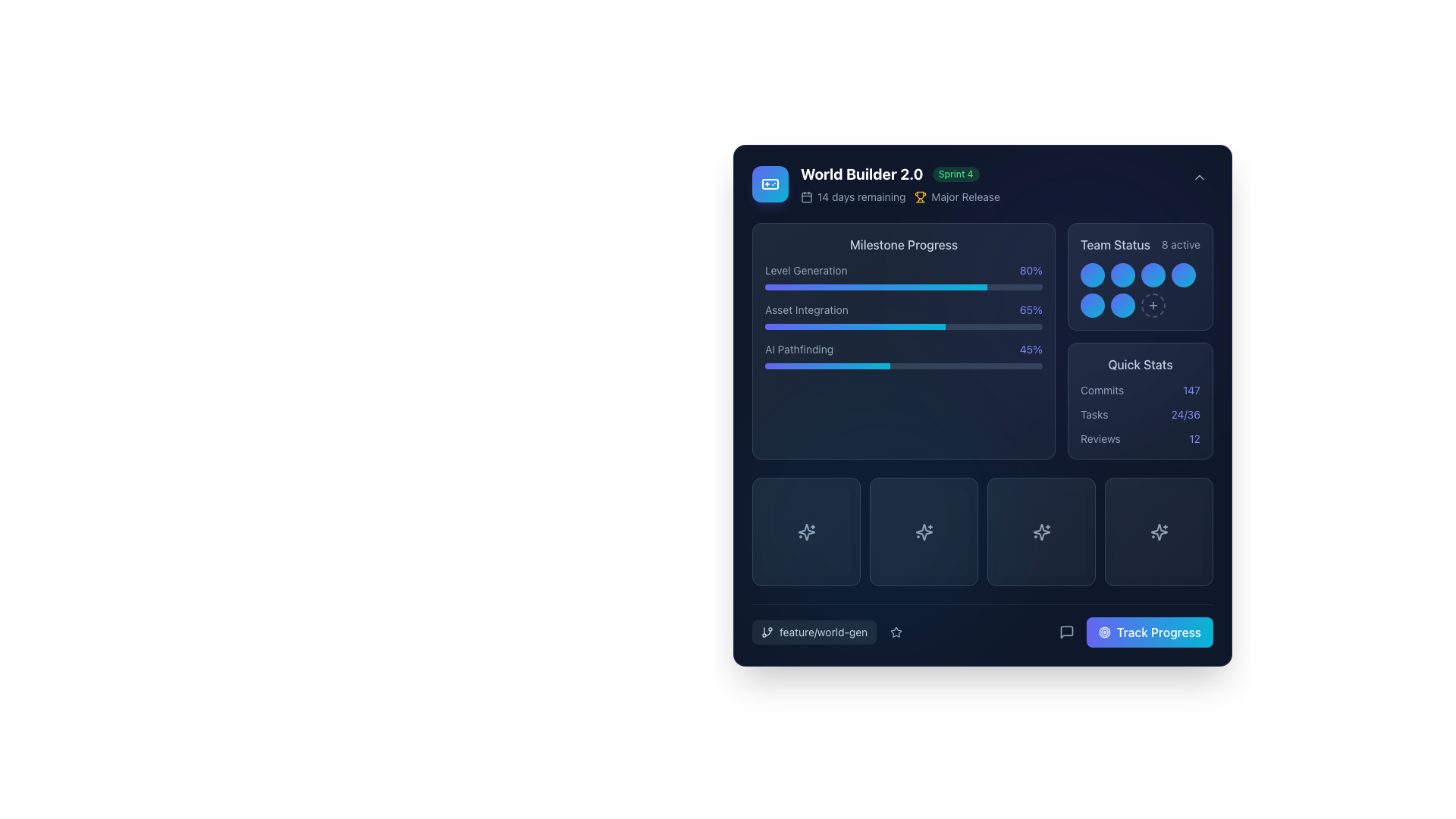 This screenshot has height=819, width=1456. What do you see at coordinates (923, 531) in the screenshot?
I see `the square-shaped button with a dark slate-colored background and sparkles icon, located in the lower portion of the application interface` at bounding box center [923, 531].